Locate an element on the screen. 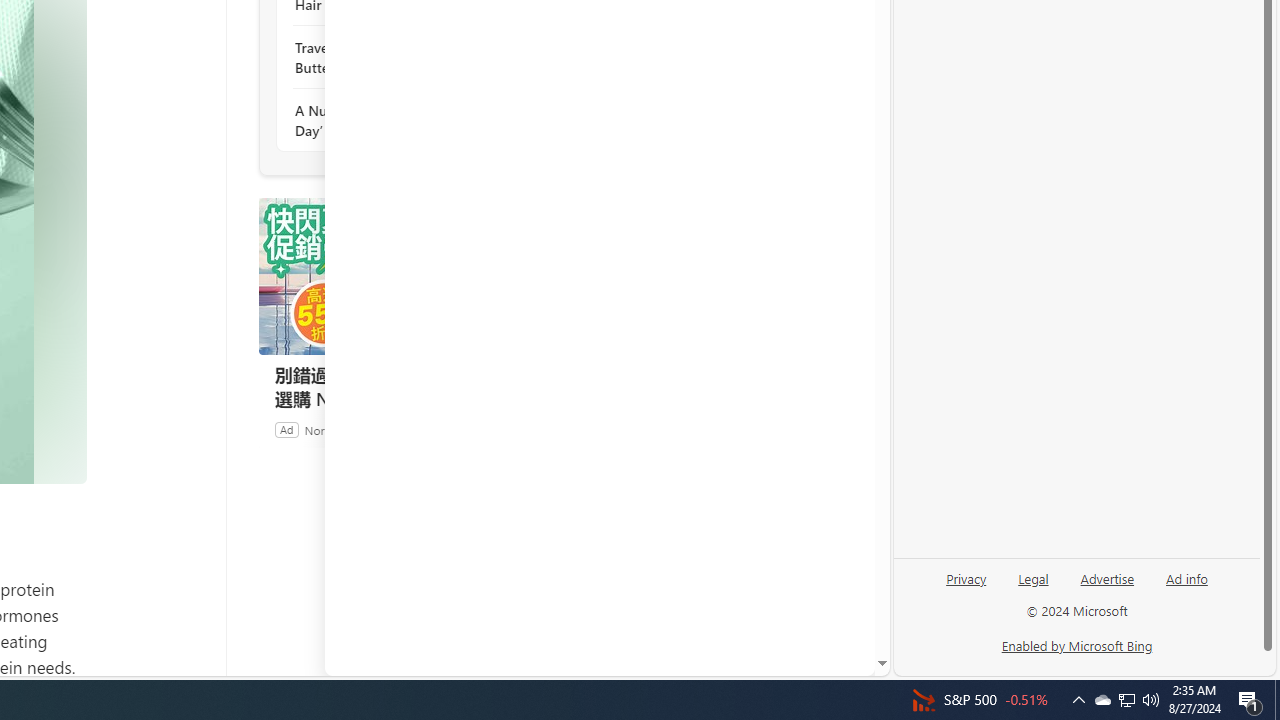 The image size is (1280, 720). 'Legal' is located at coordinates (1033, 585).